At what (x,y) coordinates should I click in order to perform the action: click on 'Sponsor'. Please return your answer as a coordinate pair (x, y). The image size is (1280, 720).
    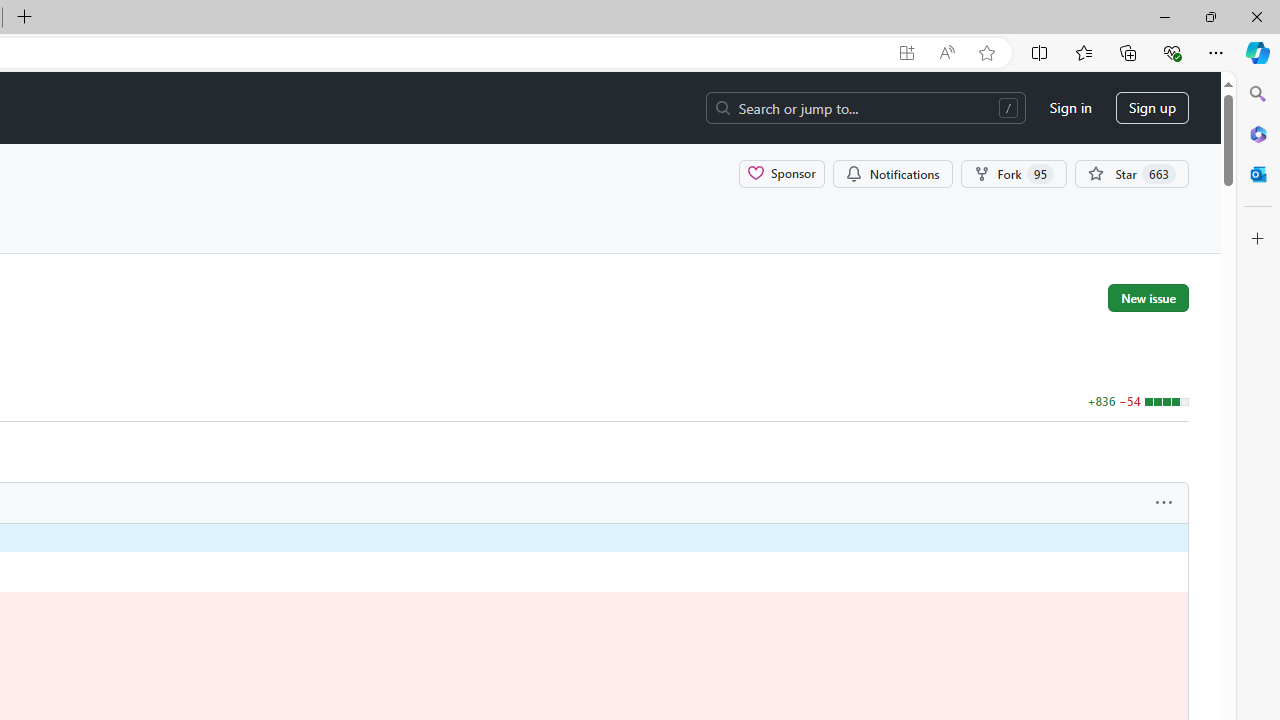
    Looking at the image, I should click on (781, 172).